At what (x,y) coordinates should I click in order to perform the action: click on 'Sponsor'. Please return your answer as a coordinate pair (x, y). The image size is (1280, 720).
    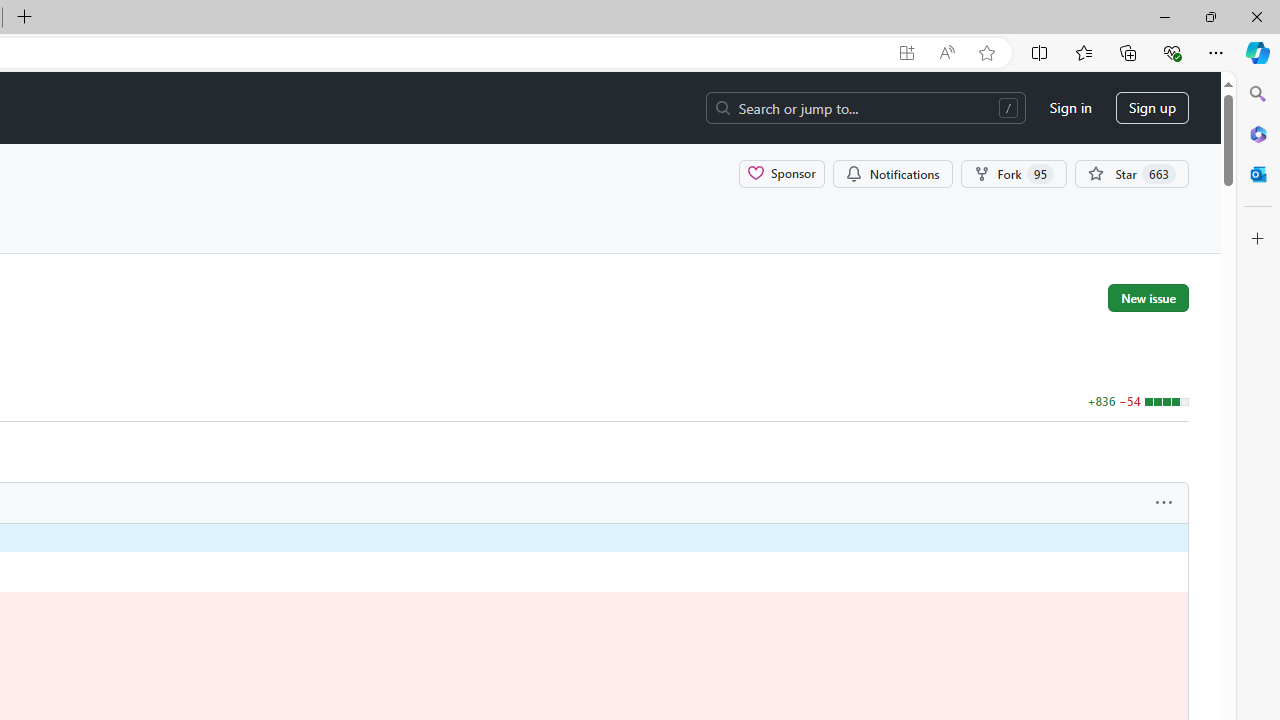
    Looking at the image, I should click on (781, 172).